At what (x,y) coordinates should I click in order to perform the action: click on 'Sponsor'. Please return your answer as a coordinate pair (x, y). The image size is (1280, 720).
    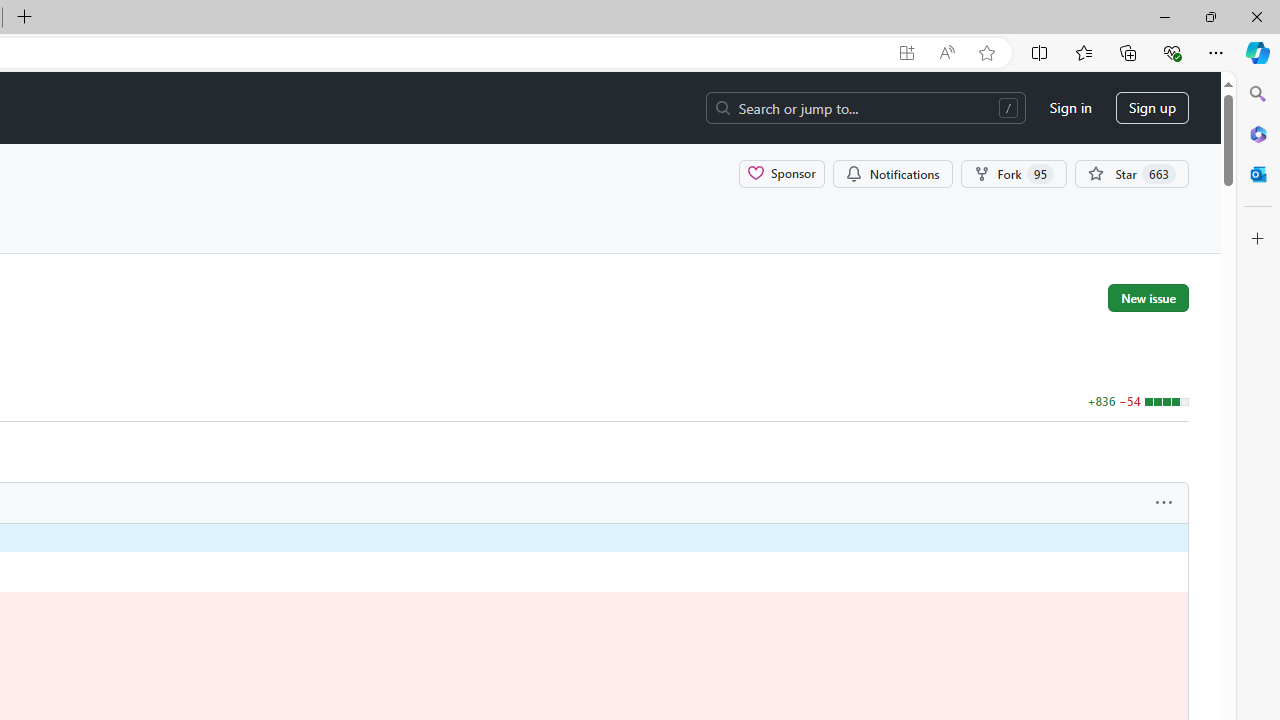
    Looking at the image, I should click on (781, 172).